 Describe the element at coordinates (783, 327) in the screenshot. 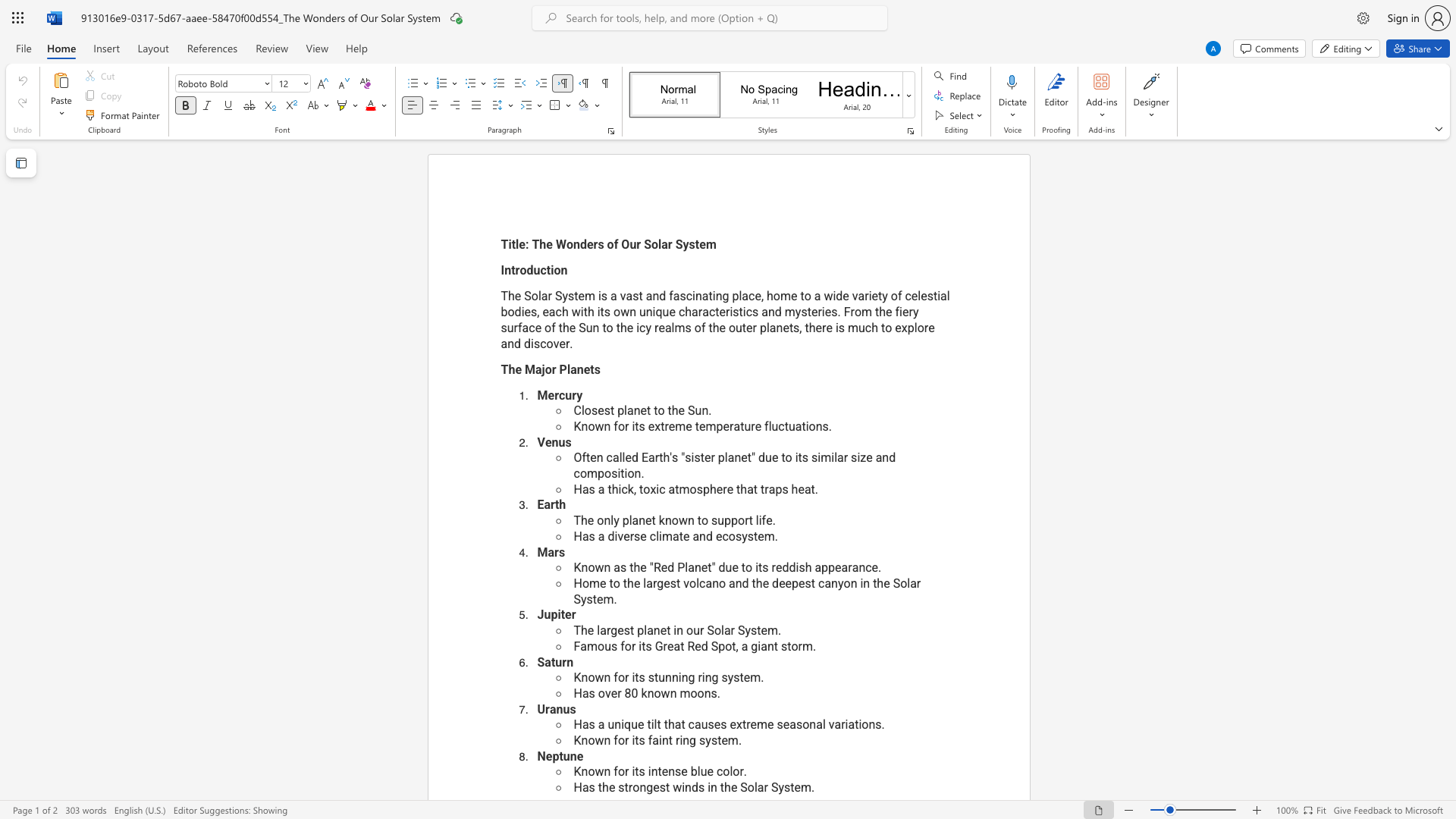

I see `the space between the continuous character "n" and "e" in the text` at that location.